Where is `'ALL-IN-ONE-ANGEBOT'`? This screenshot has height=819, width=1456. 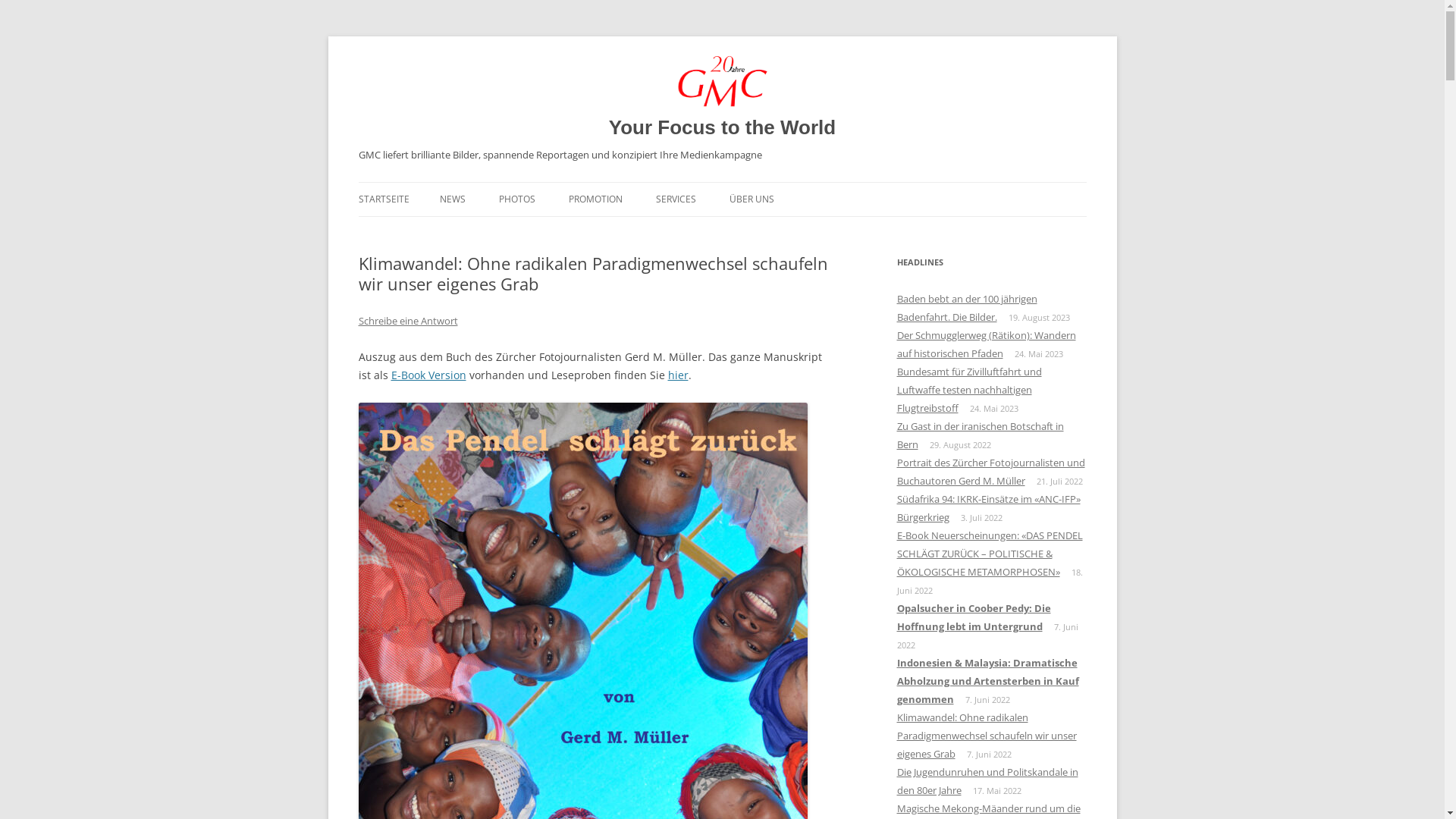 'ALL-IN-ONE-ANGEBOT' is located at coordinates (567, 231).